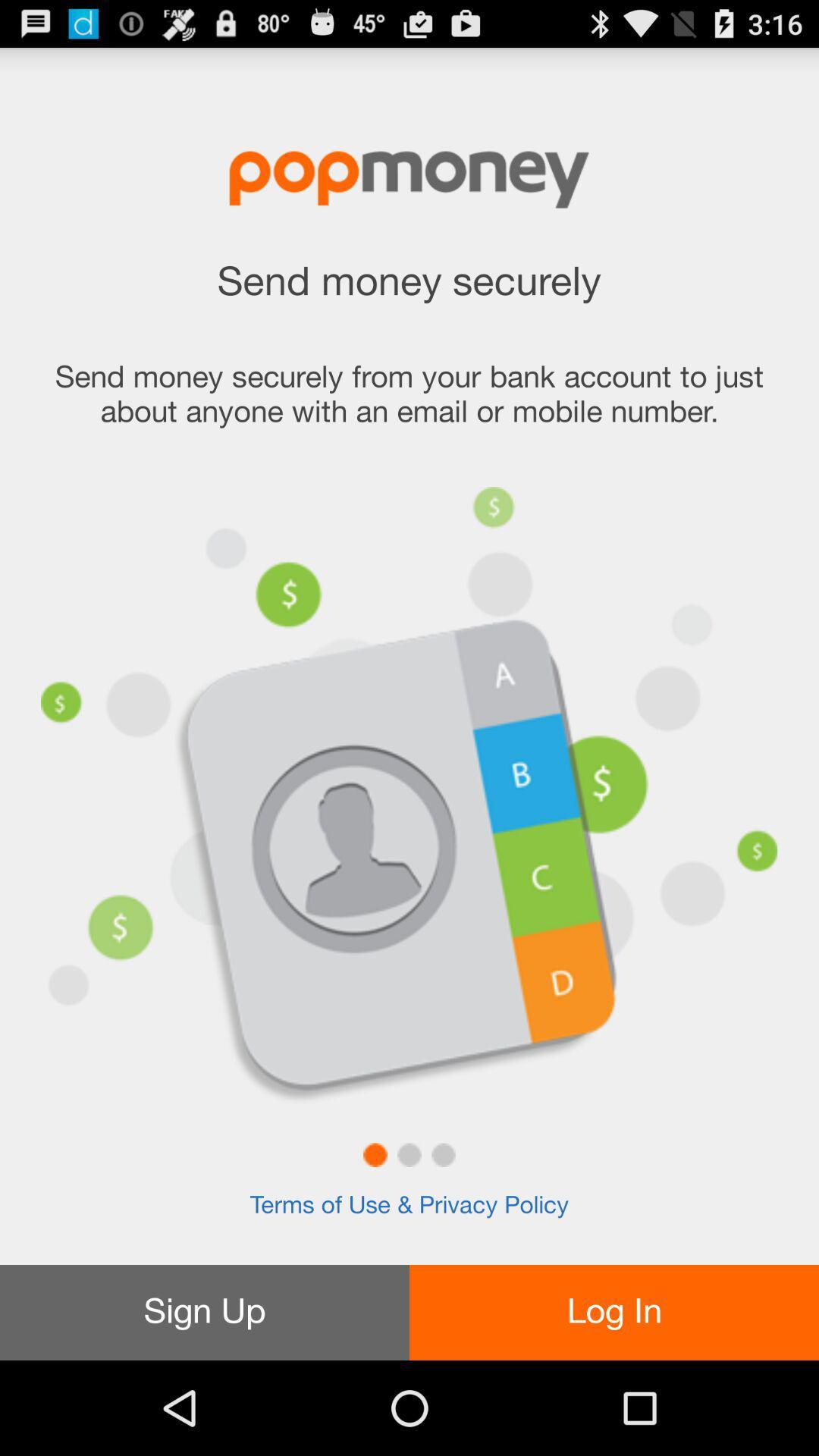  I want to click on icon next to sign up icon, so click(614, 1312).